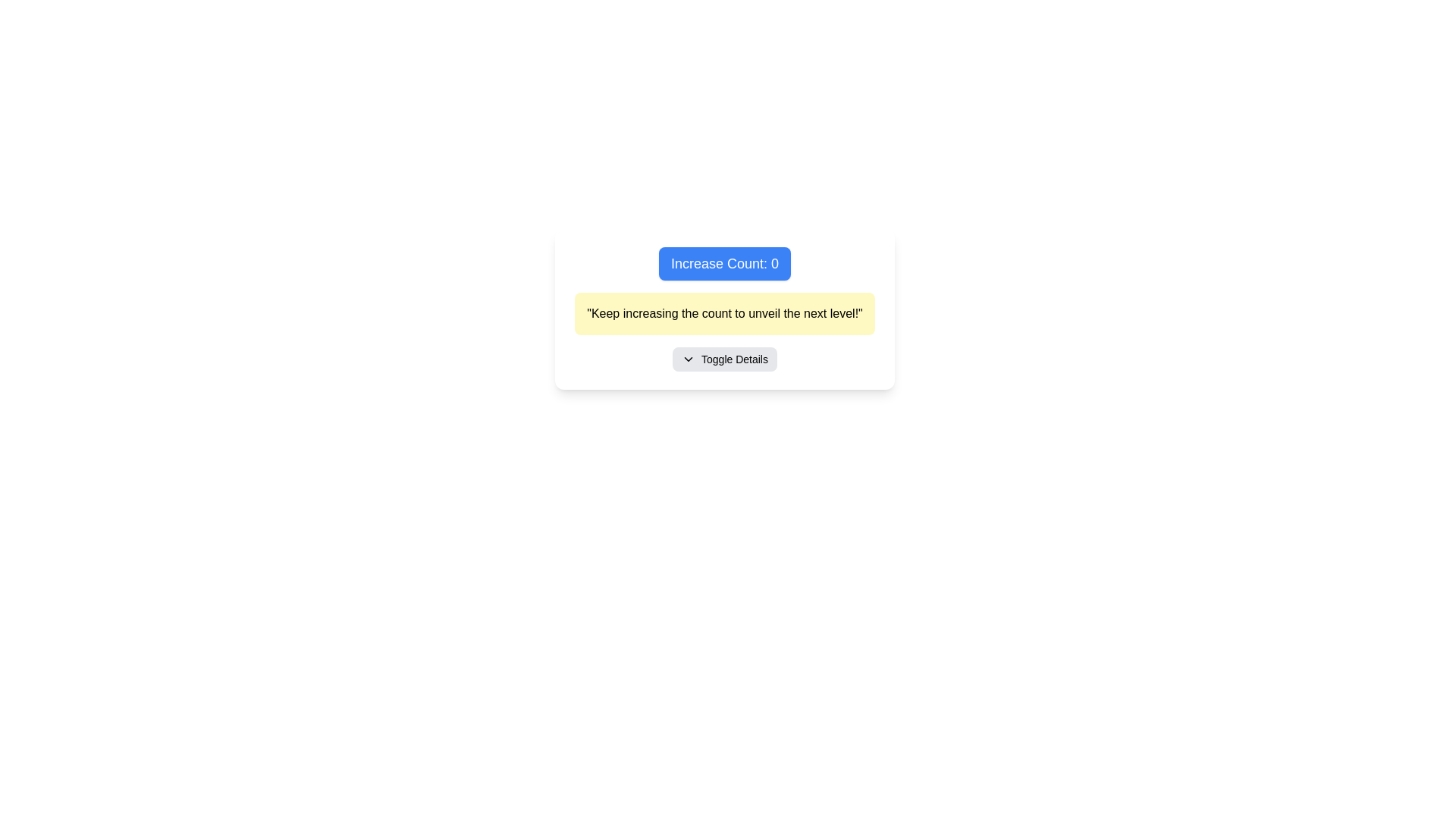  I want to click on the down-pointing chevron icon that is part of the 'Toggle Details' button, located to the left of the button's text label, so click(687, 359).